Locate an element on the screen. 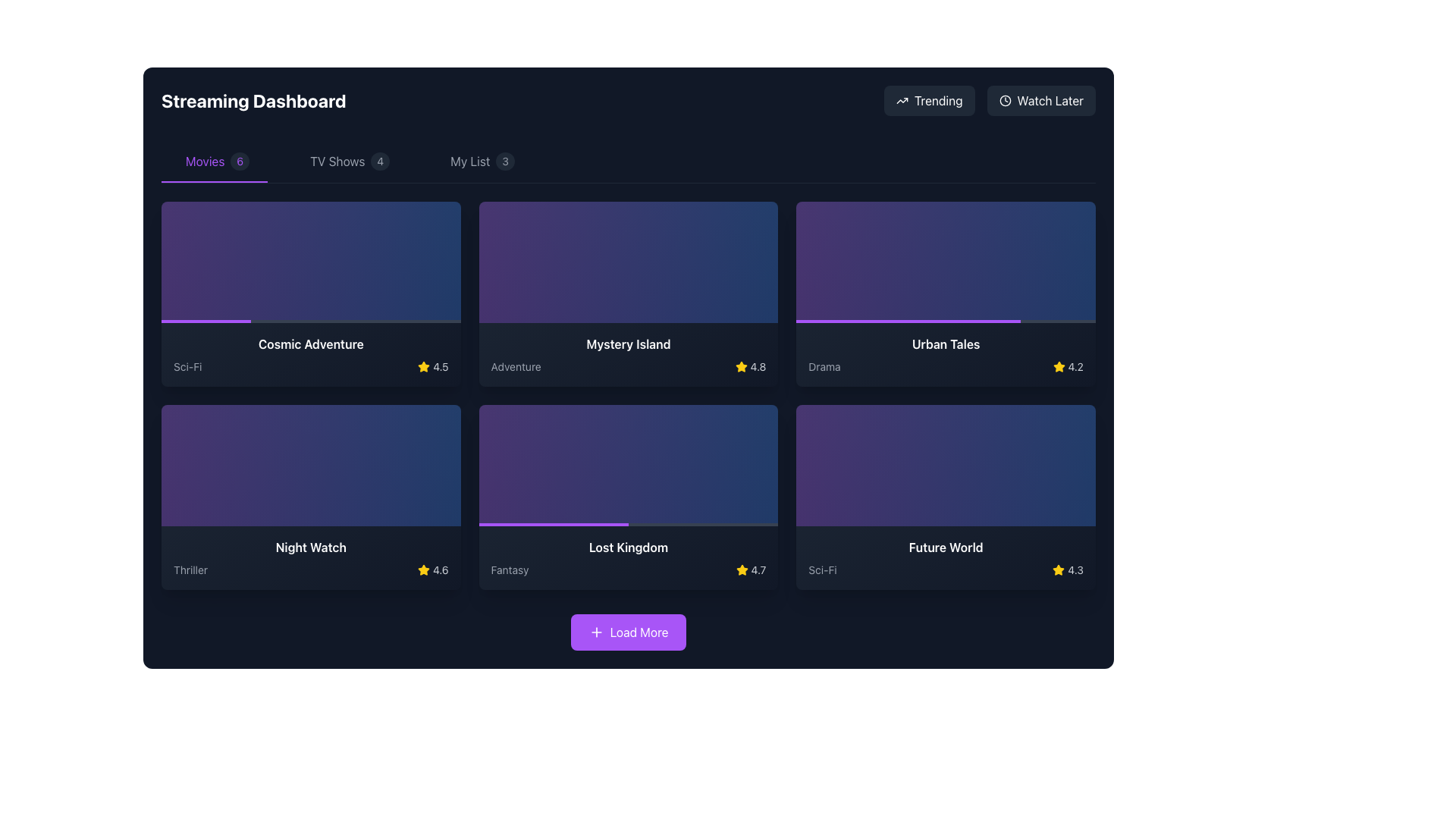 The image size is (1456, 819). the visual banner section of the 'Mystery Island' movie card located in the top row, second column under the 'Movies' section is located at coordinates (629, 262).